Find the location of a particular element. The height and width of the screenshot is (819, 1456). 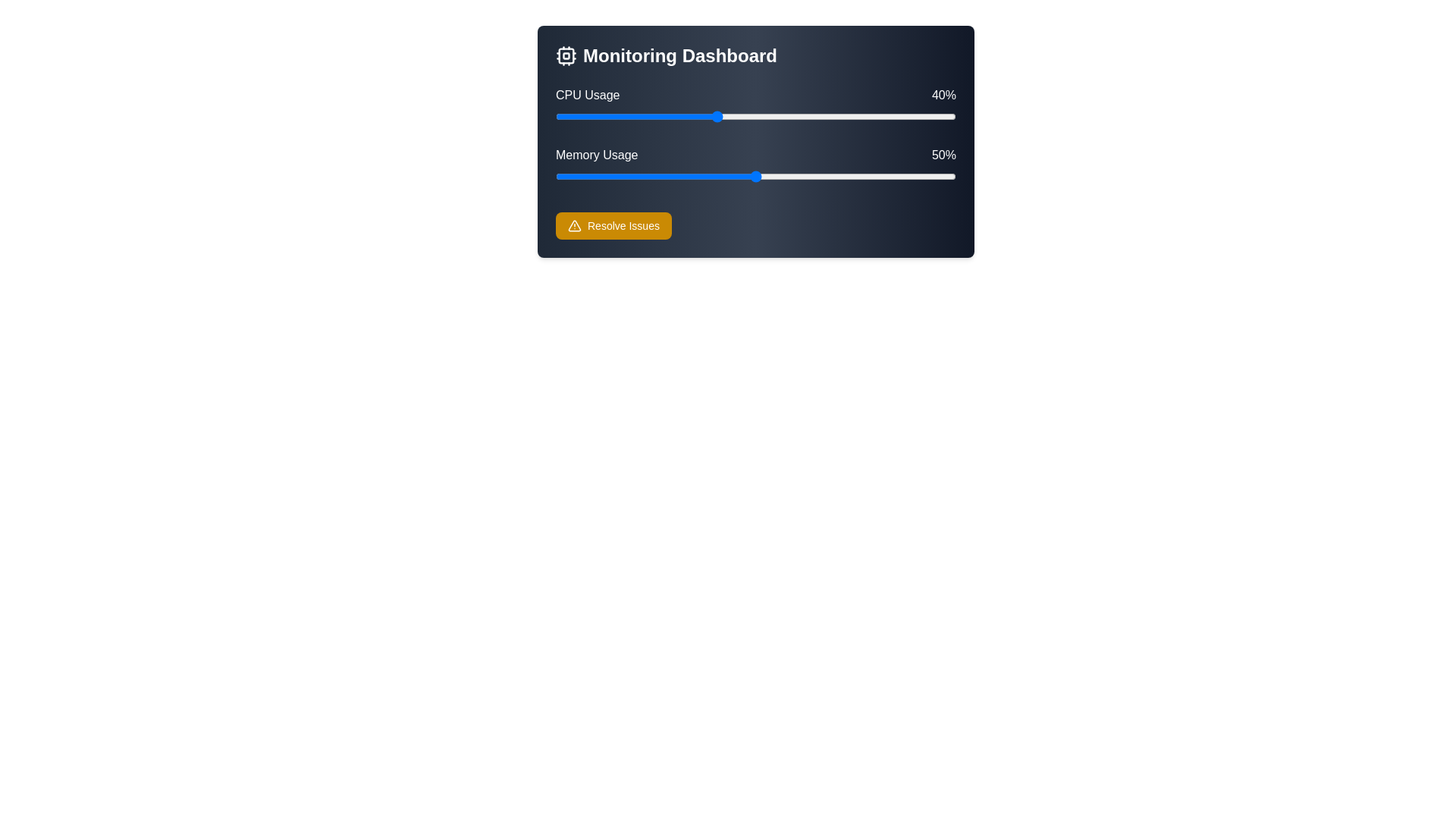

CPU usage is located at coordinates (764, 116).